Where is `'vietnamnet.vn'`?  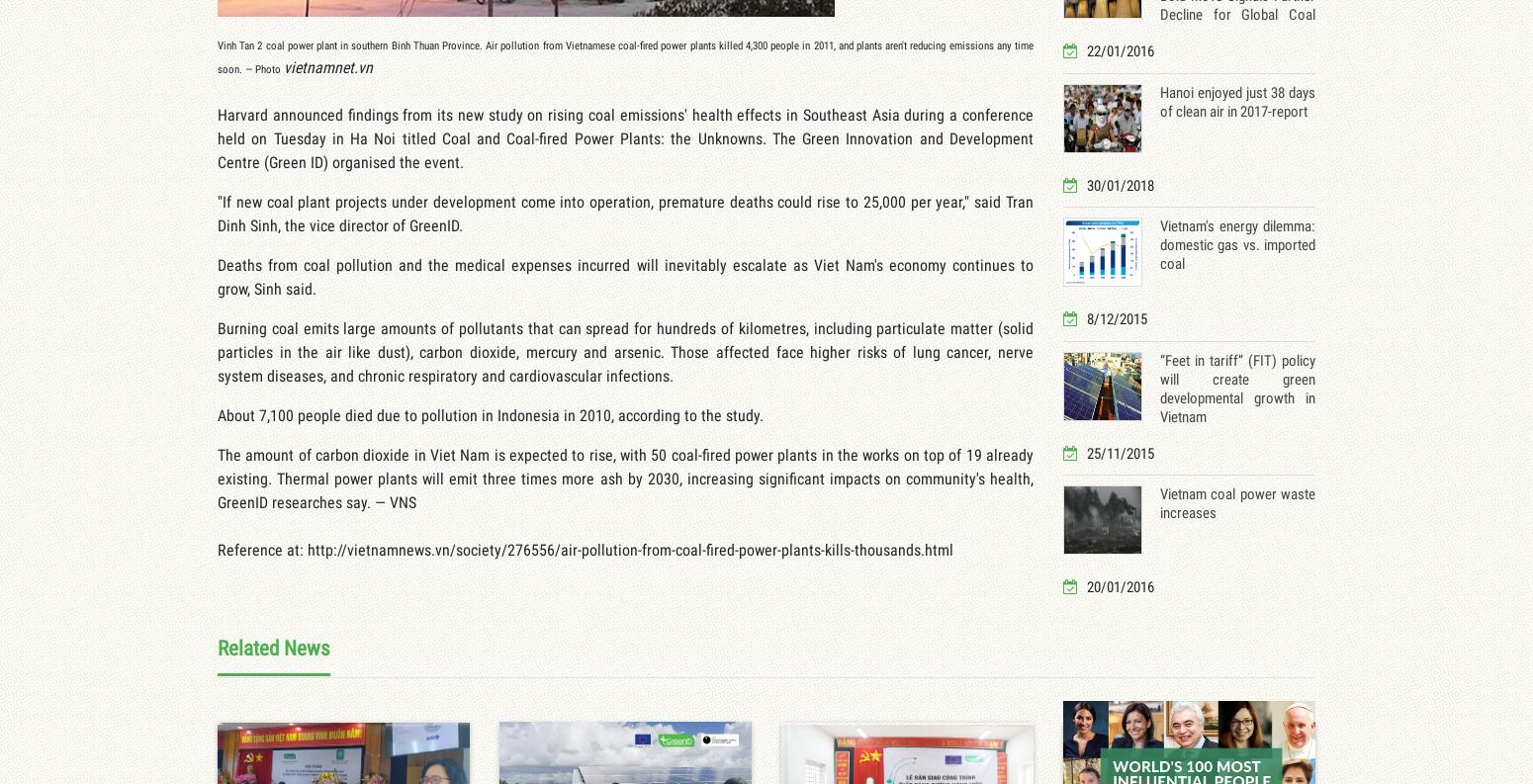
'vietnamnet.vn' is located at coordinates (327, 66).